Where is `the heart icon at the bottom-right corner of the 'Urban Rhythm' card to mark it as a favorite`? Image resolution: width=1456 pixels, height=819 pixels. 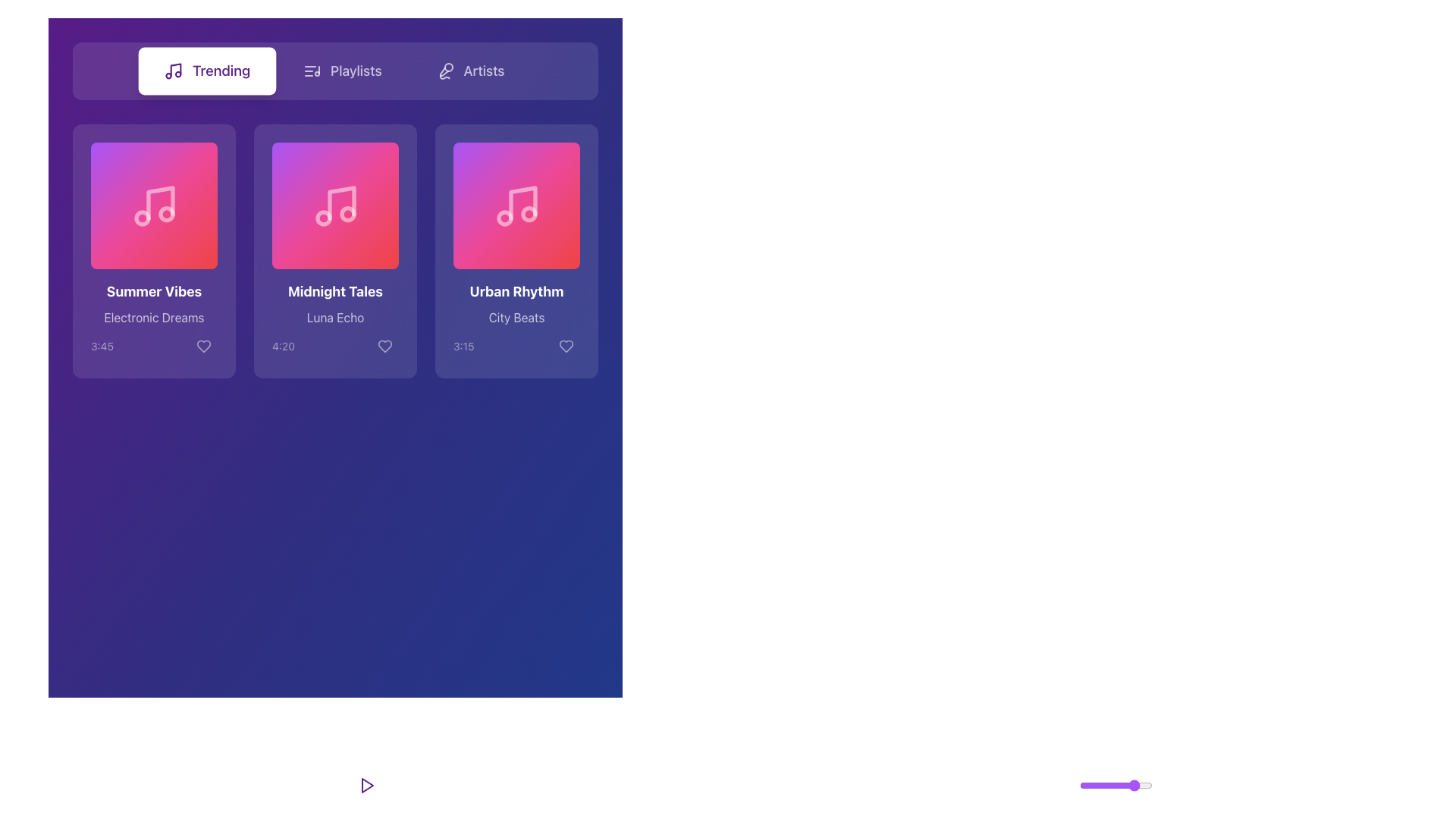
the heart icon at the bottom-right corner of the 'Urban Rhythm' card to mark it as a favorite is located at coordinates (566, 346).